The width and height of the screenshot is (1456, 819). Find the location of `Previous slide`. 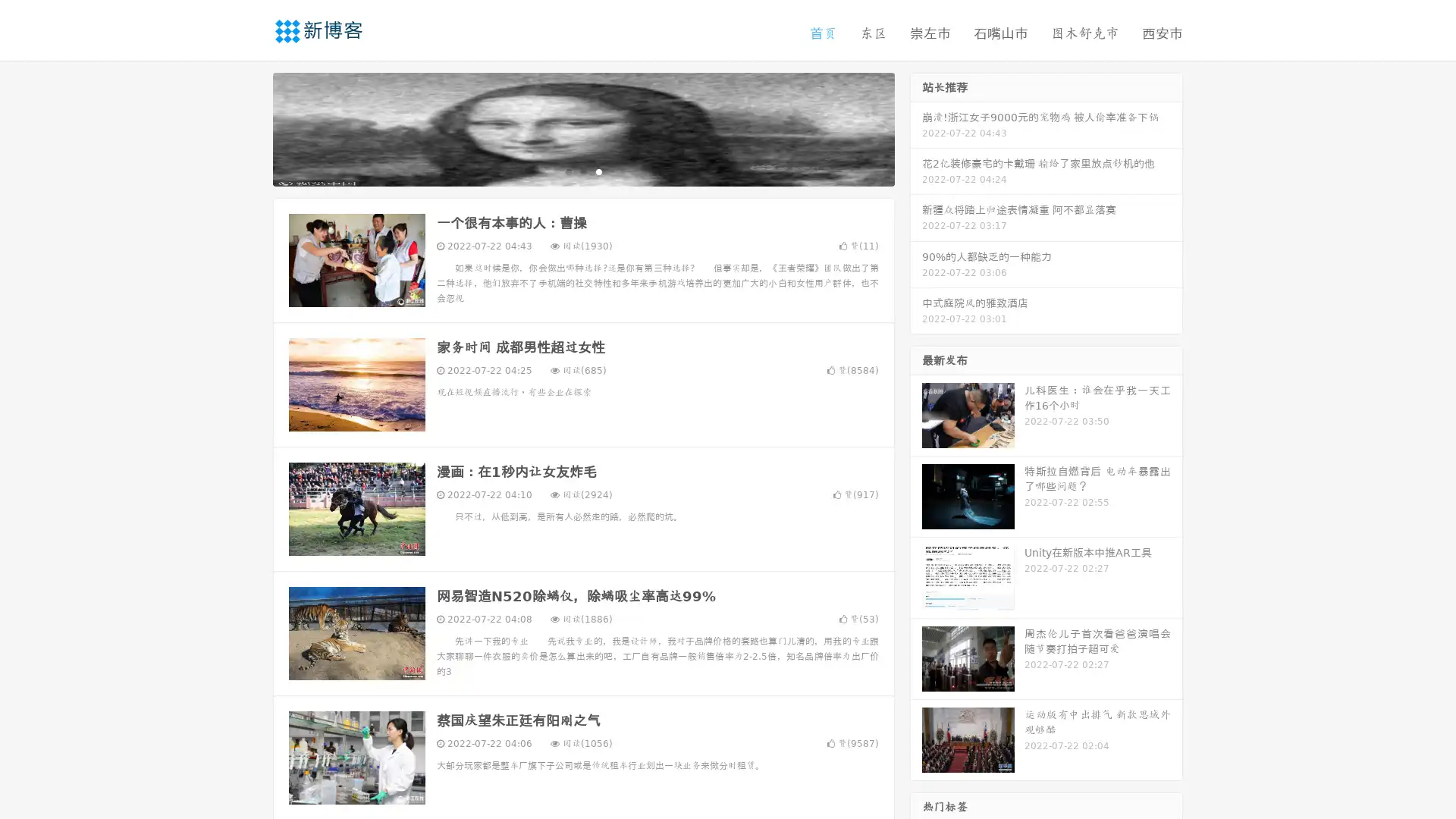

Previous slide is located at coordinates (250, 127).